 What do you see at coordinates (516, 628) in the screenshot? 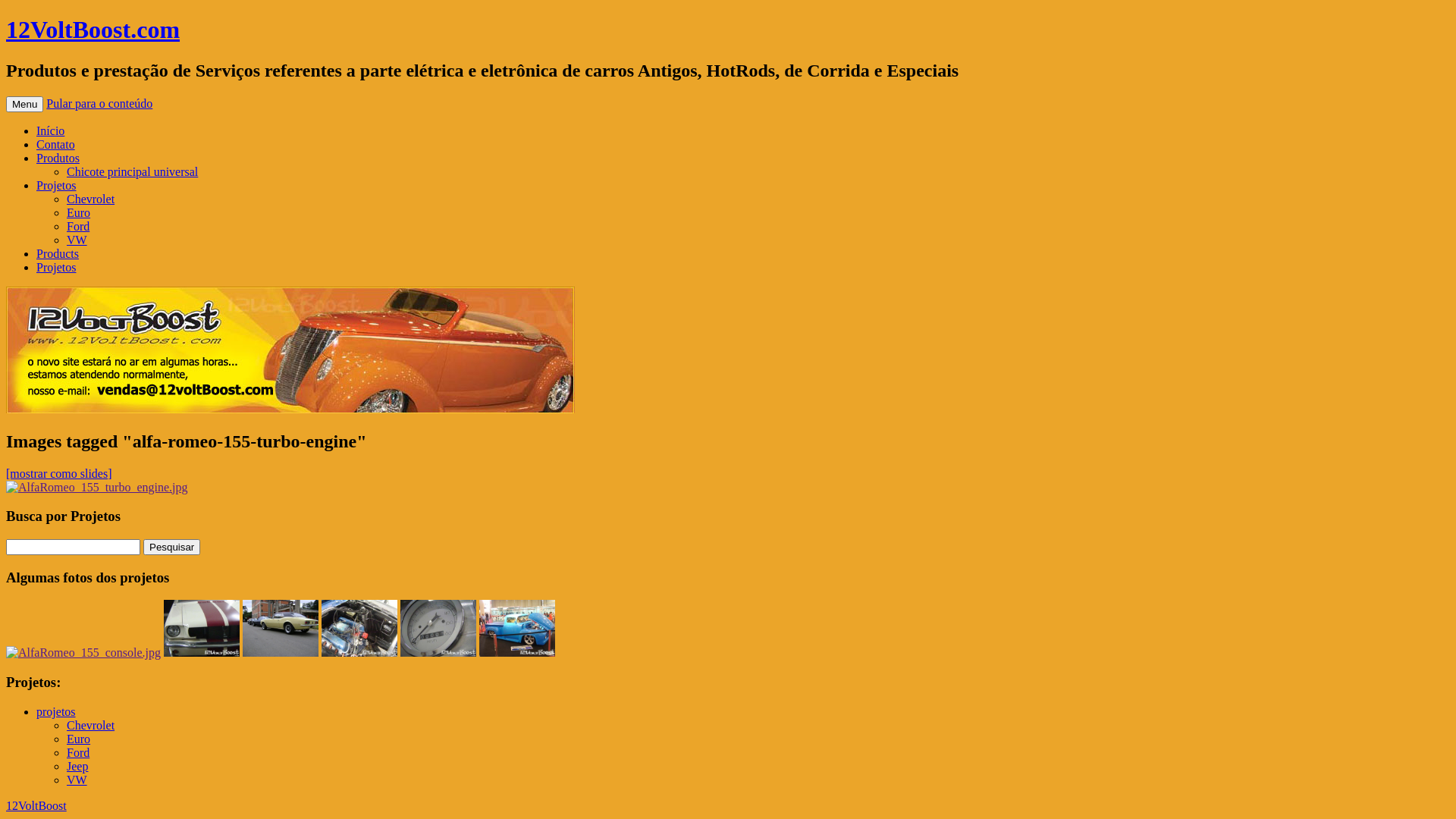
I see `'Ford_Truck_F100_XtremeMotorSports_2006_c.jpg'` at bounding box center [516, 628].